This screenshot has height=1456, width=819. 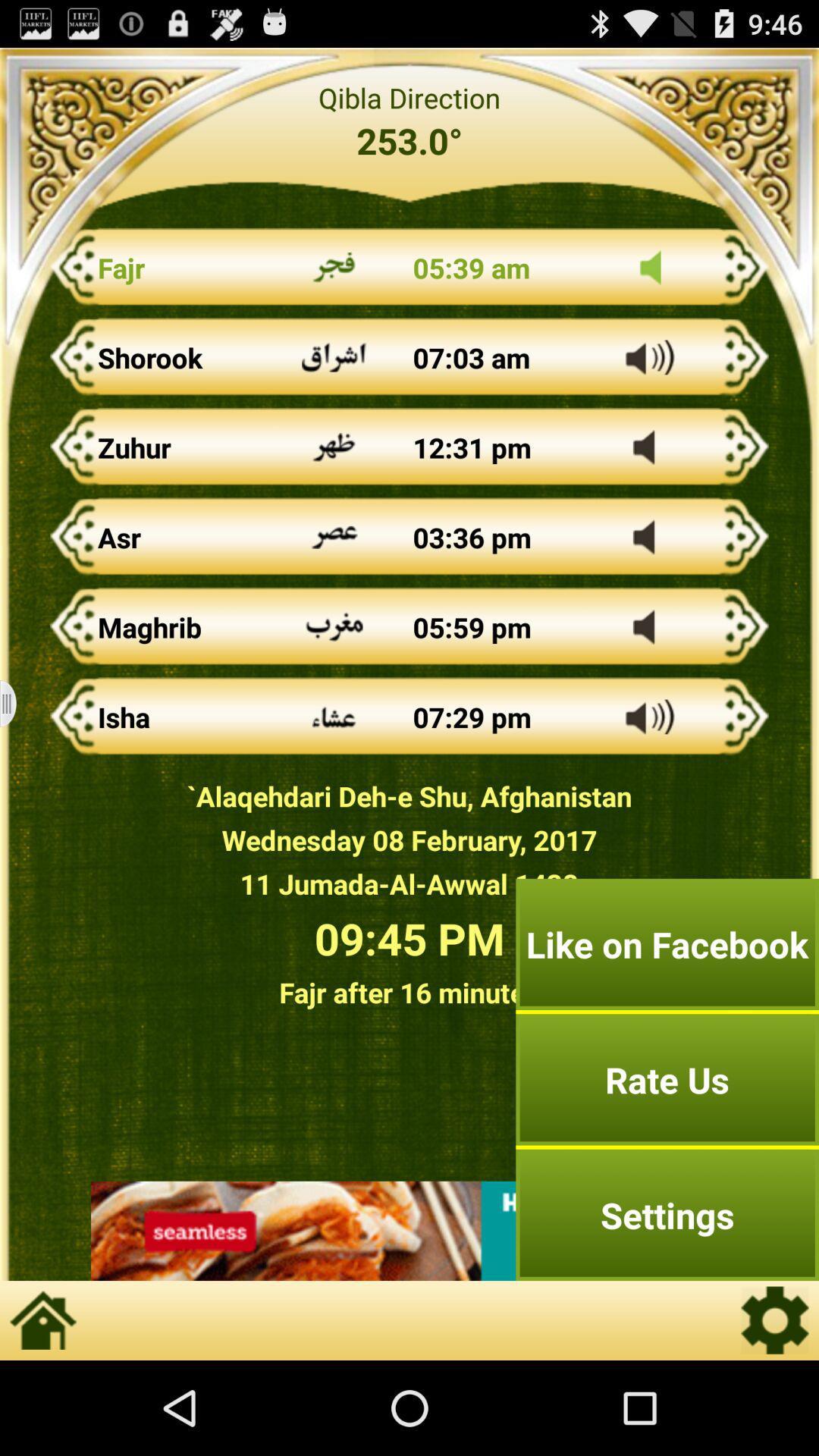 I want to click on the menu icon, so click(x=17, y=753).